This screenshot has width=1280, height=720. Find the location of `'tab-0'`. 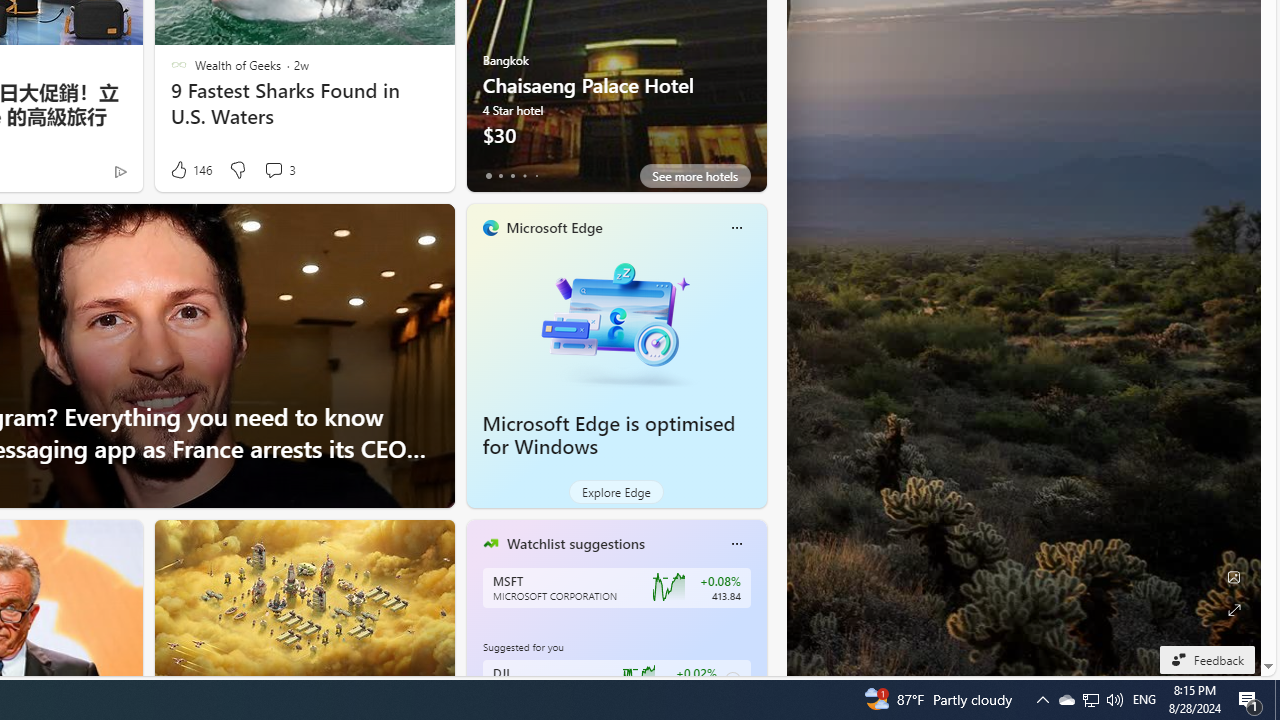

'tab-0' is located at coordinates (488, 175).